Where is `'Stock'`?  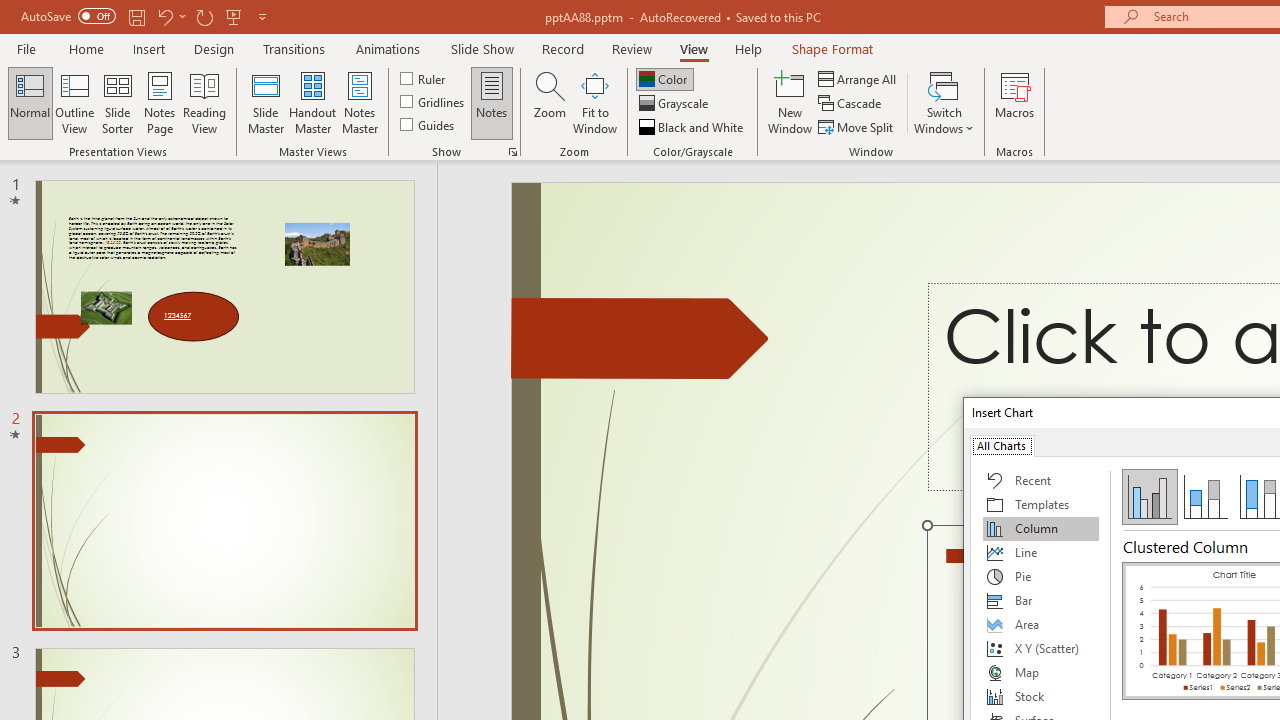 'Stock' is located at coordinates (1040, 695).